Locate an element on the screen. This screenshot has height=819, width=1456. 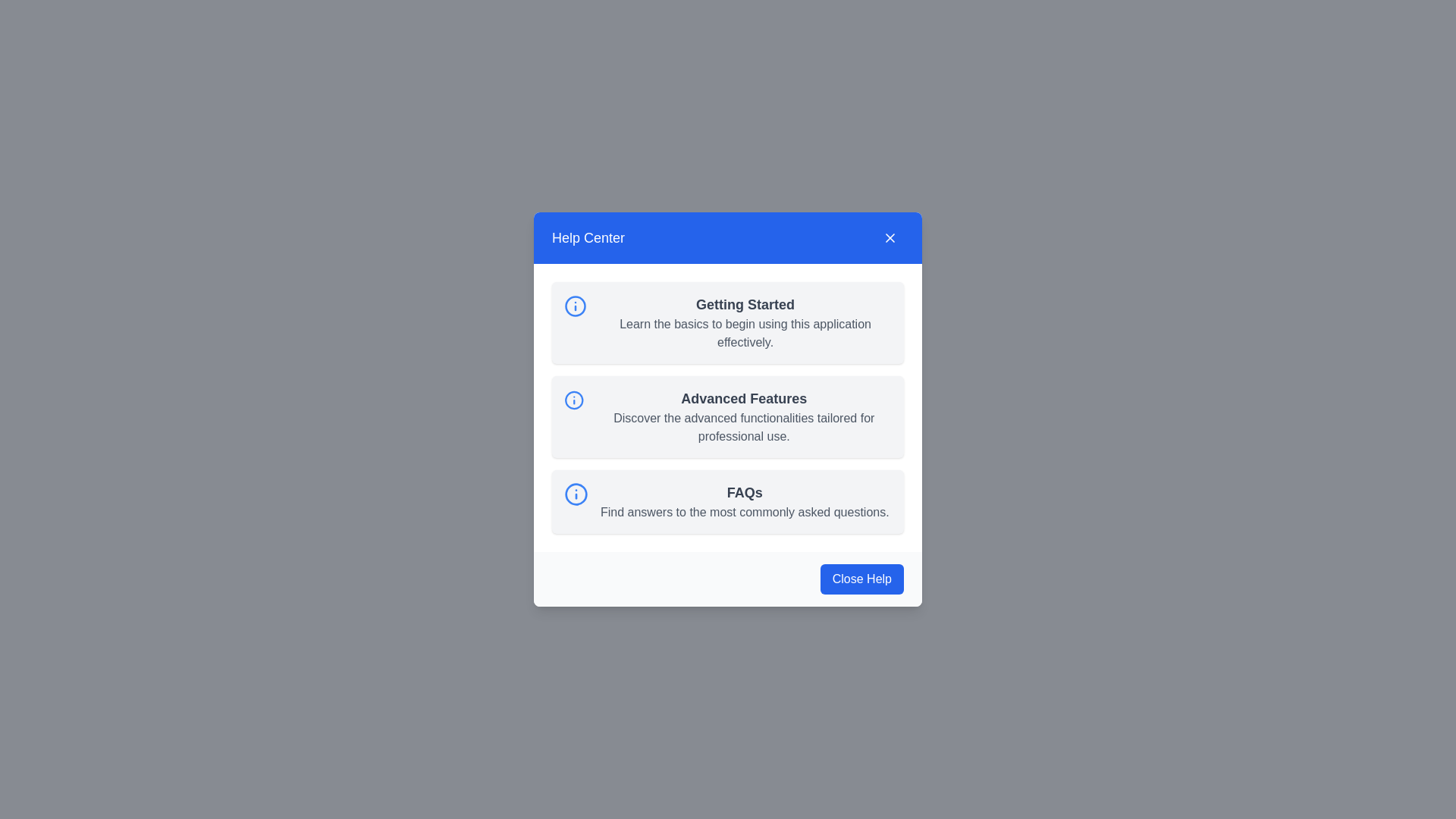
the blue 'Close Help' button located in the bottom-right corner of the help dialog is located at coordinates (861, 579).